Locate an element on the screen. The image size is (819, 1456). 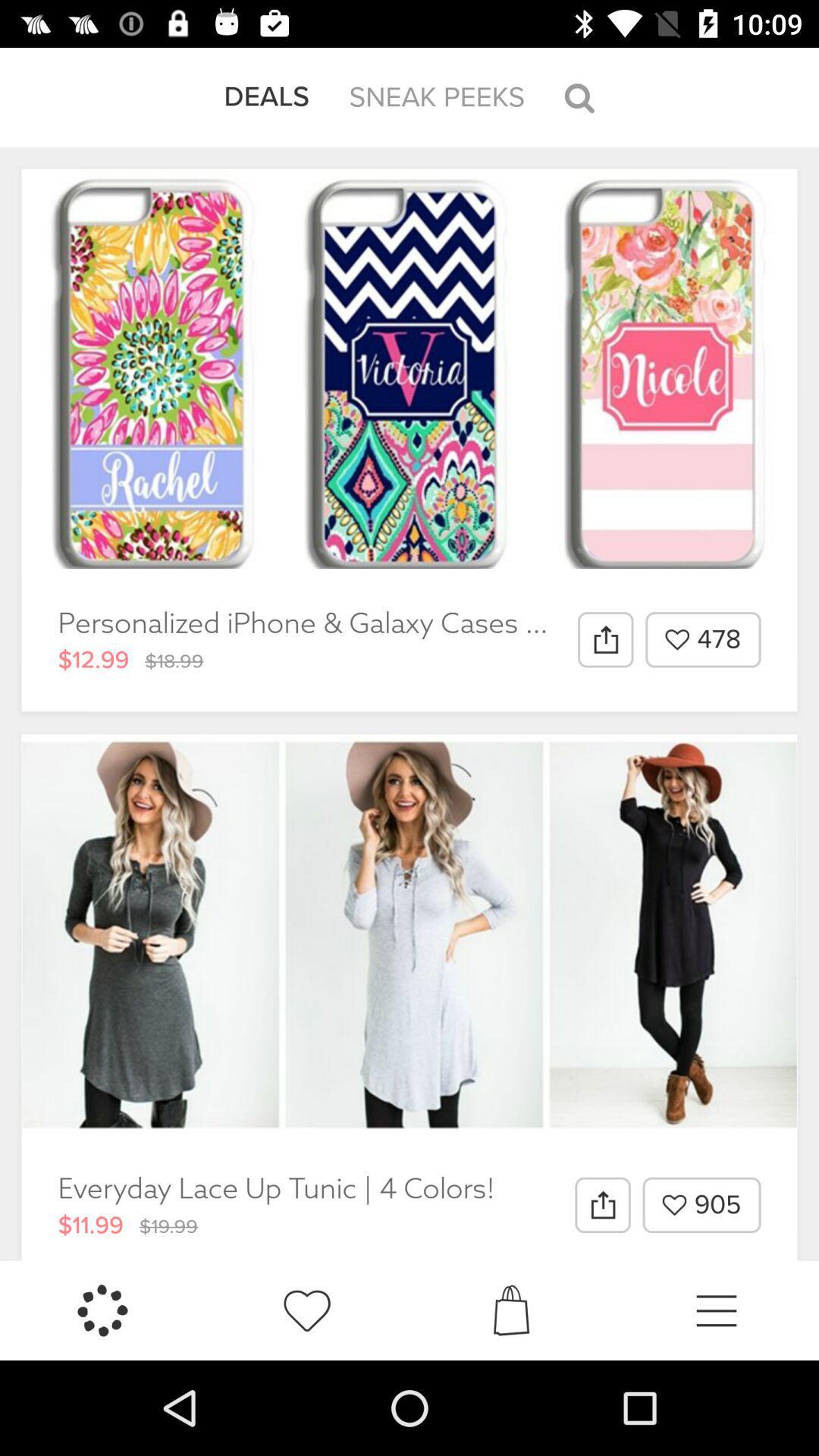
the deals is located at coordinates (265, 96).